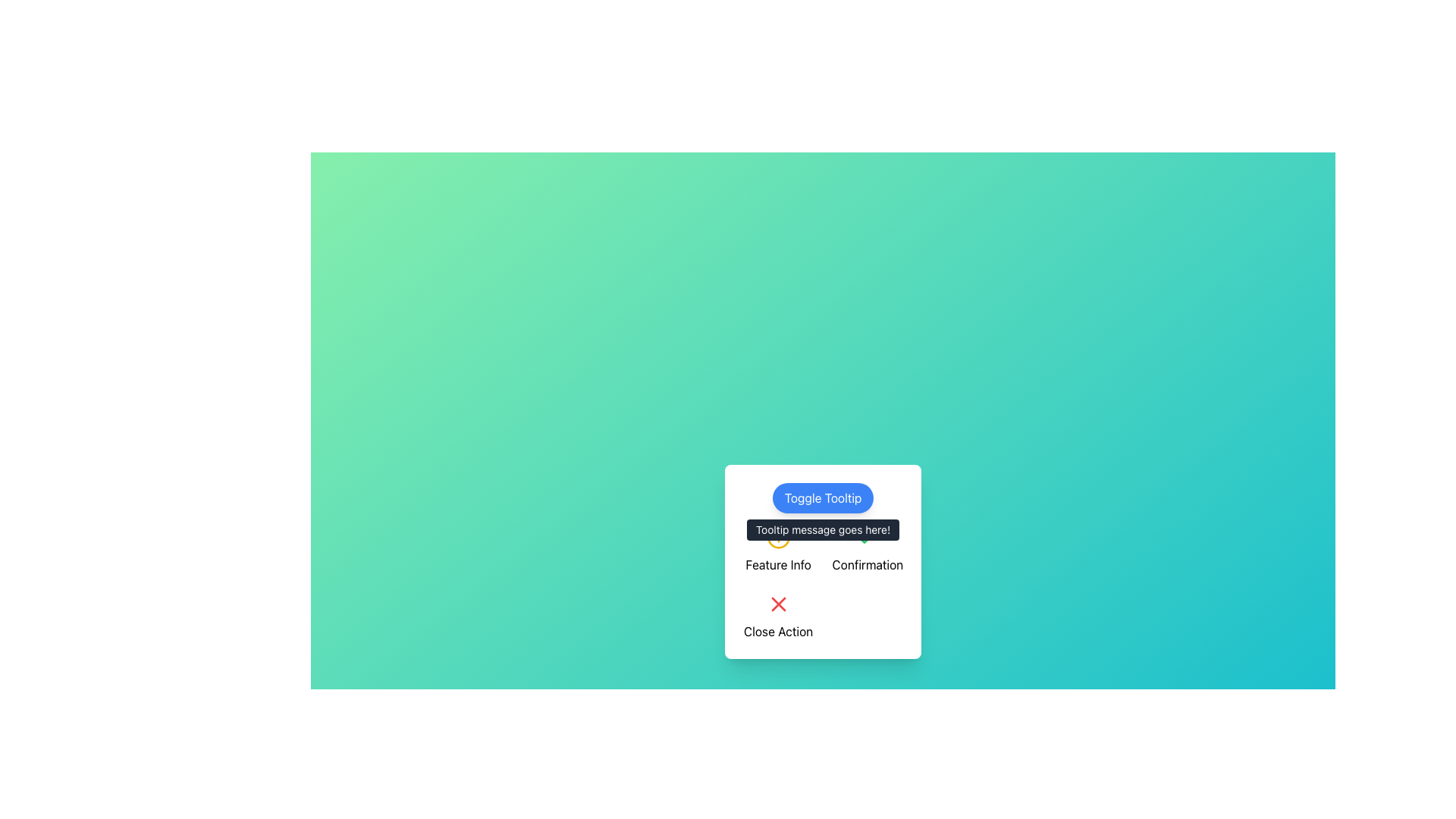 The image size is (1456, 819). I want to click on the tooltip with a dark gray background that displays the text 'Tooltip message goes here!', which is located directly below the 'Toggle Tooltip' button, so click(822, 529).